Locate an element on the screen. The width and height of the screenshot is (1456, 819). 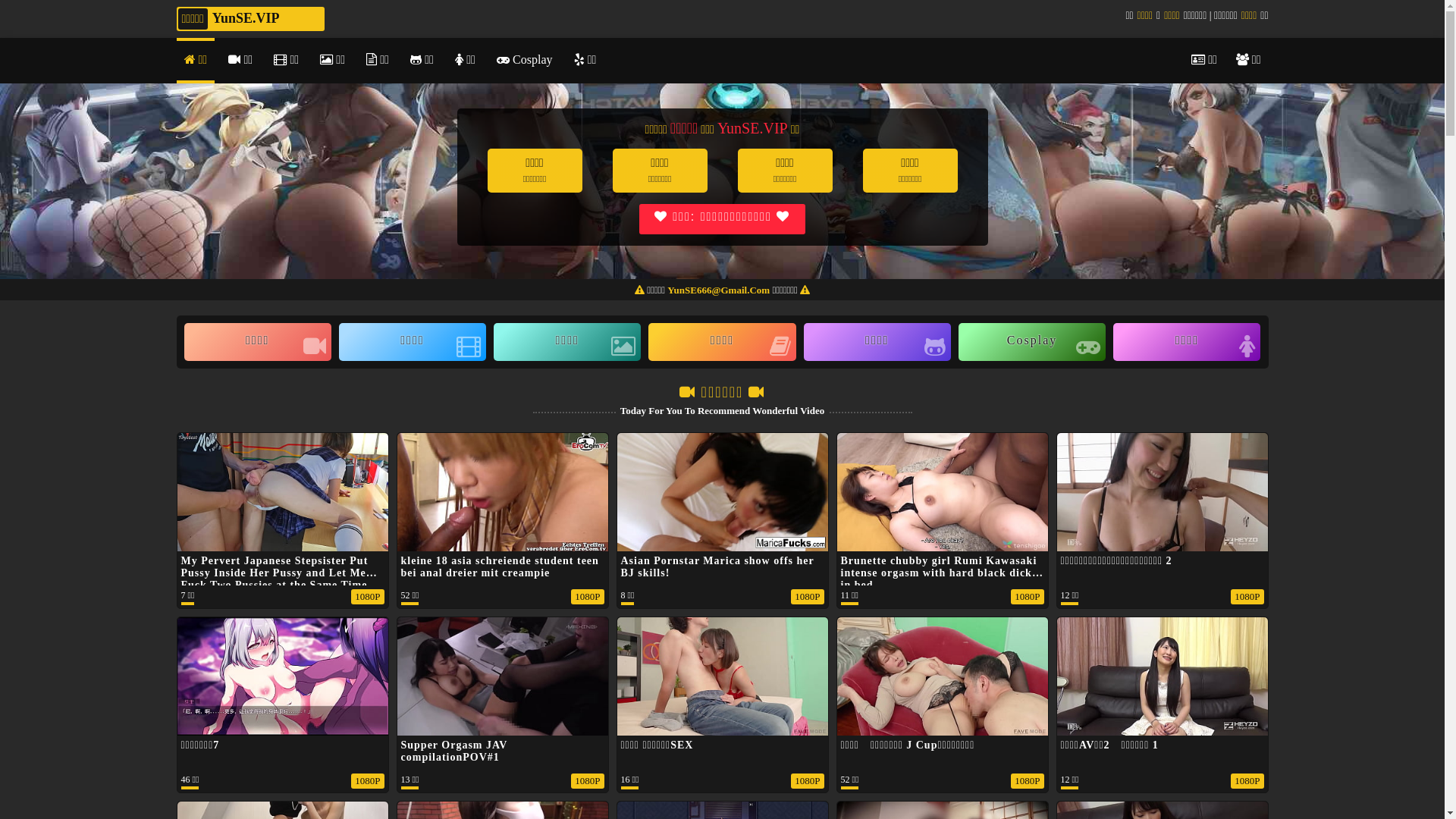
'Supper Orgasm JAV compilationPOV#1' is located at coordinates (453, 751).